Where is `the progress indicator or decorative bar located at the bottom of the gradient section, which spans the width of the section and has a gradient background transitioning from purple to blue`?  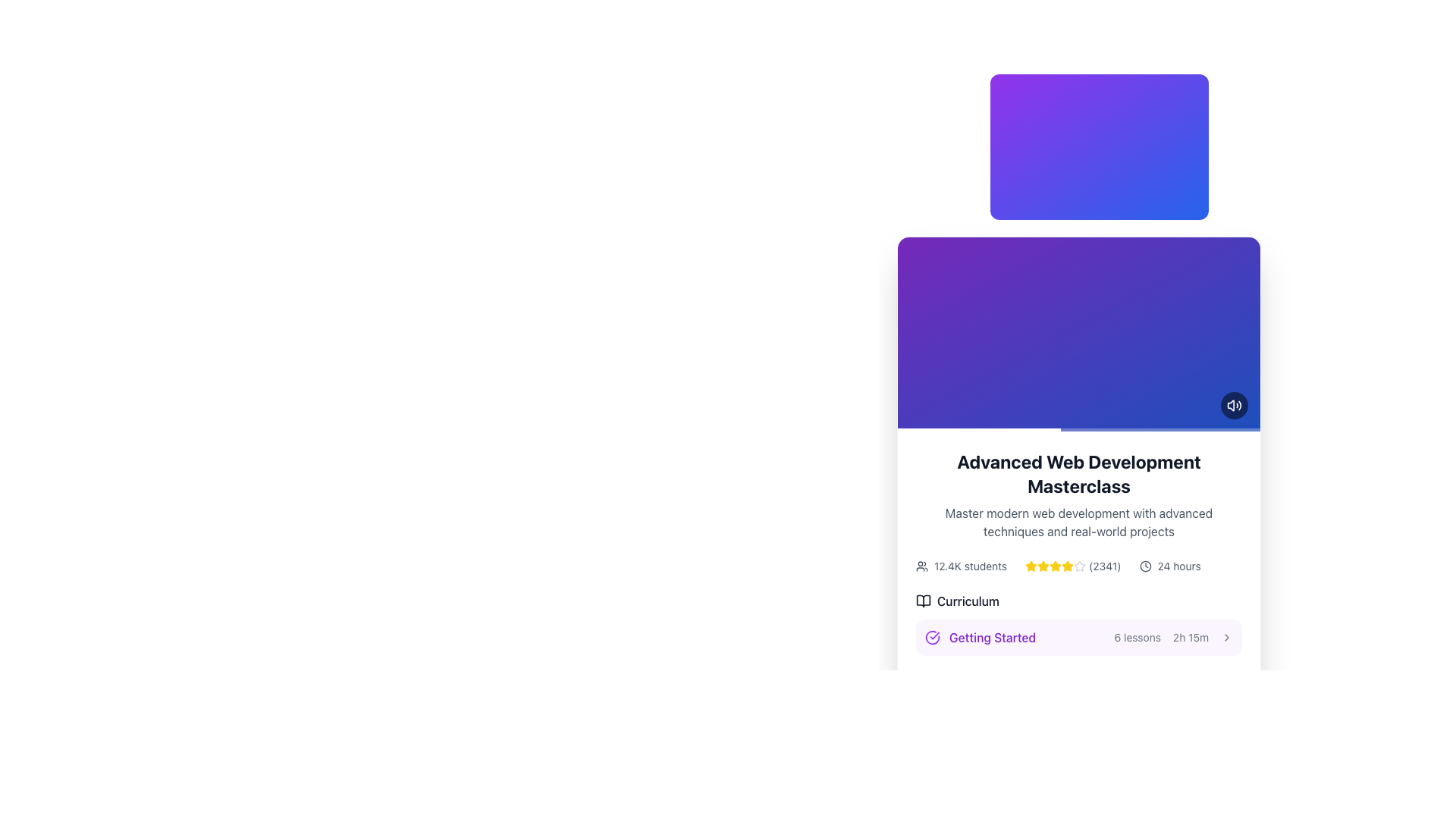
the progress indicator or decorative bar located at the bottom of the gradient section, which spans the width of the section and has a gradient background transitioning from purple to blue is located at coordinates (1078, 430).